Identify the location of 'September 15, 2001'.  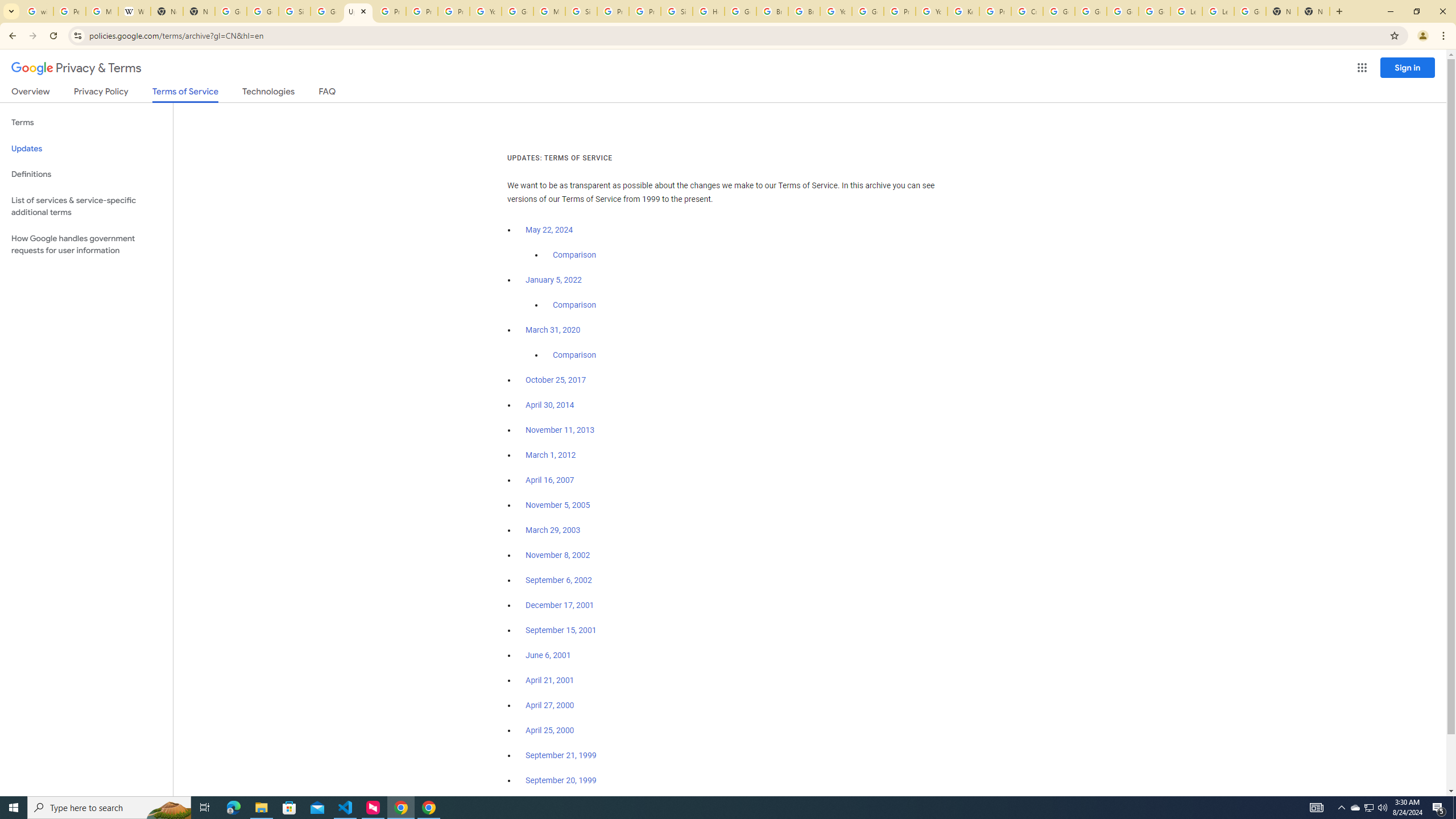
(561, 630).